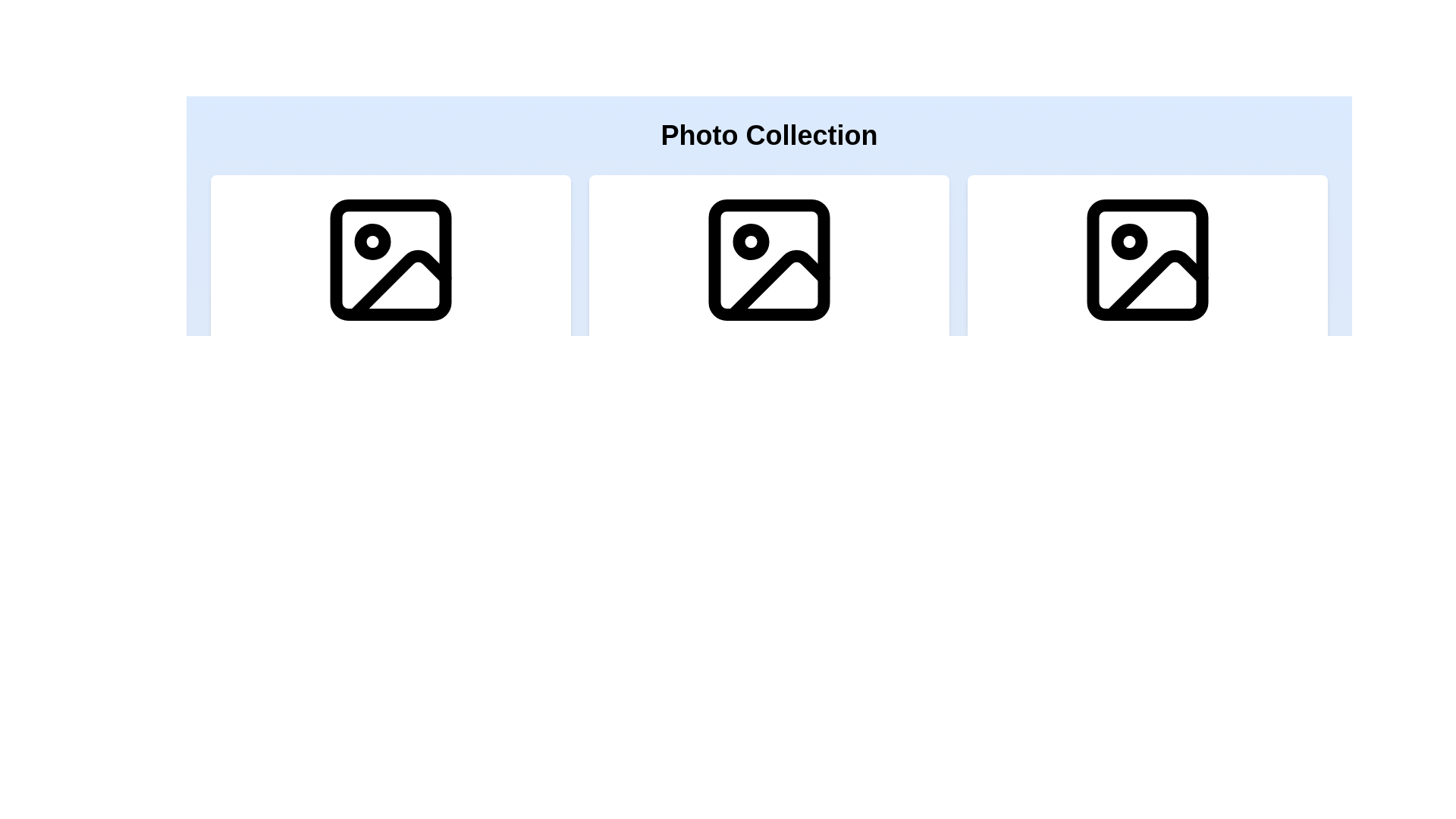 This screenshot has height=819, width=1456. I want to click on the icon resembling an image placeholder, styled with a square outline, circular shape in the top-left, and triangular shape in the bottom-right, so click(769, 259).